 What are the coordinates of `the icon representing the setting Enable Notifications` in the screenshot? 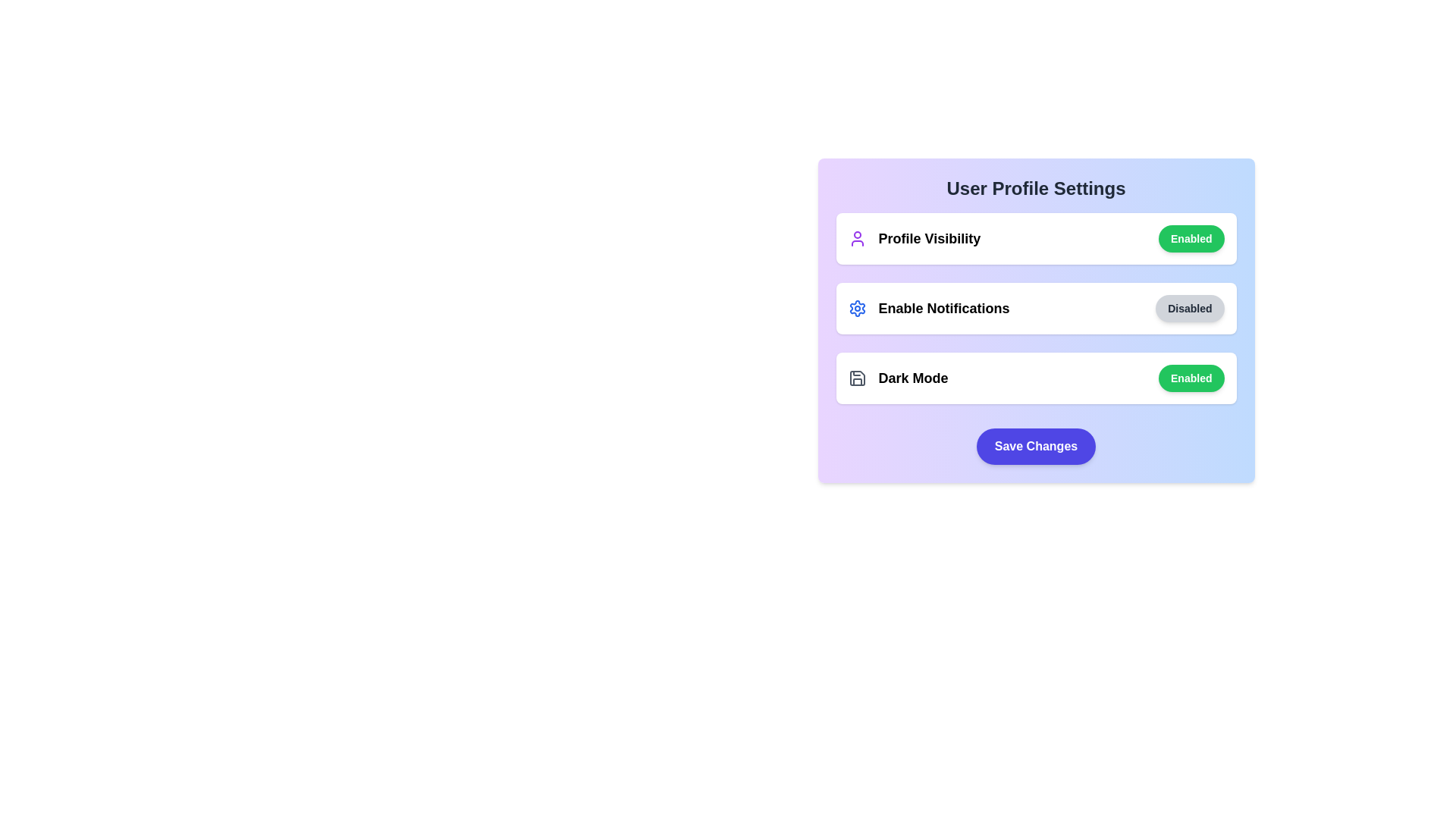 It's located at (857, 308).